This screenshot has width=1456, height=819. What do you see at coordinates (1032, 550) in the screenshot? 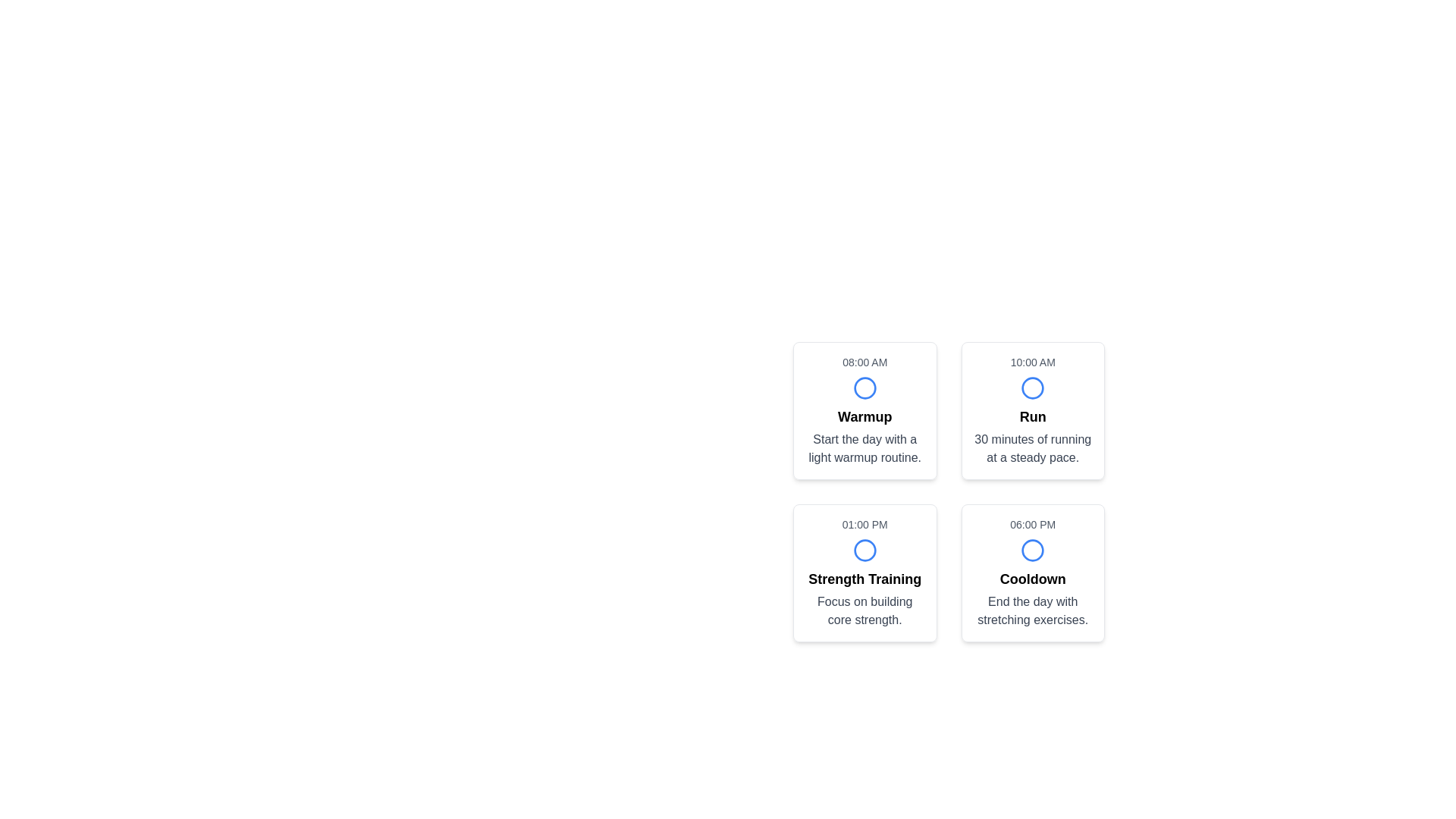
I see `the blue-bordered circular SVG element located in the bottom-right corner of the 'Cooldown' activity card in the 2x2 grid of activity cards` at bounding box center [1032, 550].